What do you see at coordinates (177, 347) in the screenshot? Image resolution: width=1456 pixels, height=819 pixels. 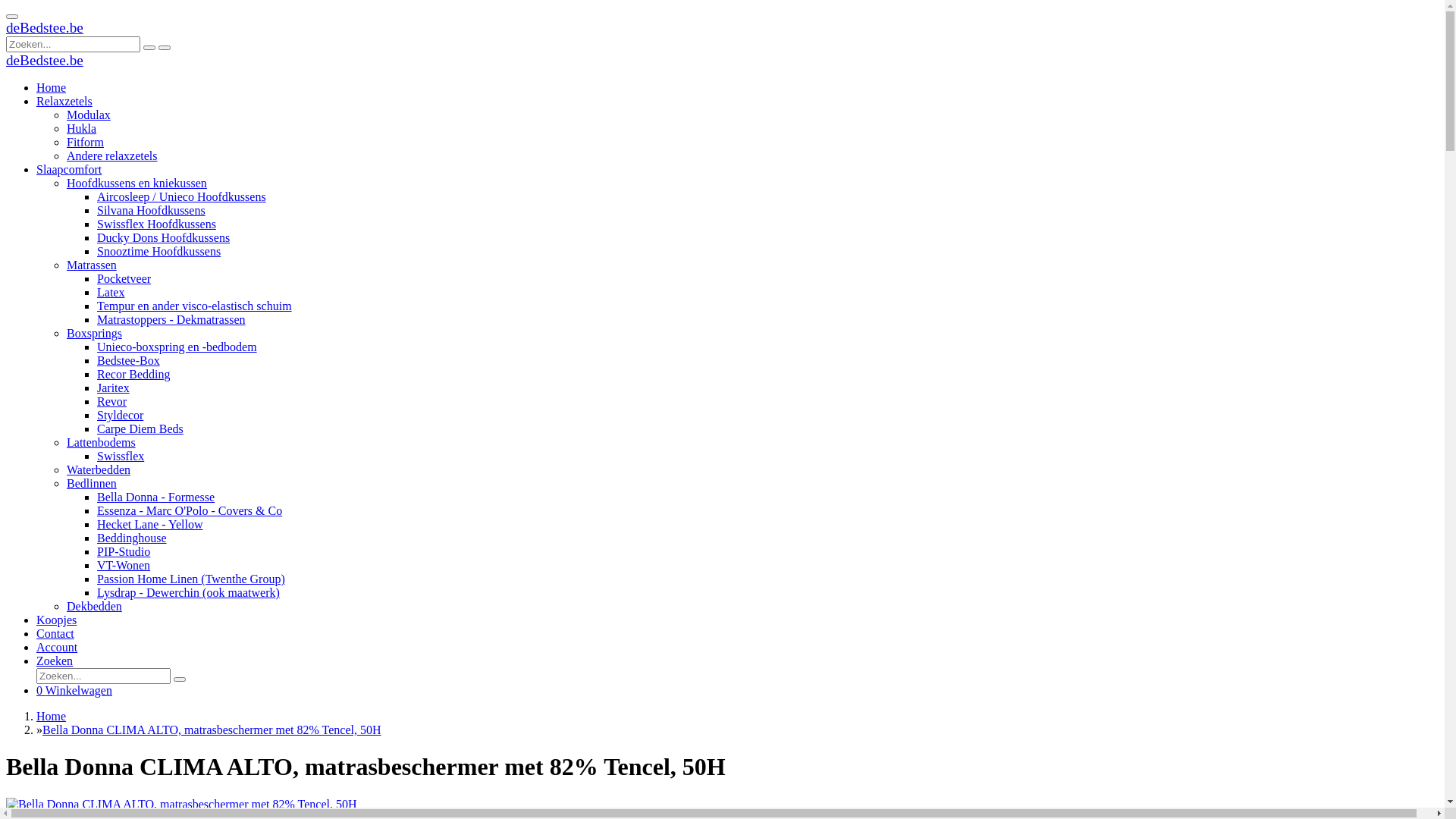 I see `'Unieco-boxspring en -bedbodem'` at bounding box center [177, 347].